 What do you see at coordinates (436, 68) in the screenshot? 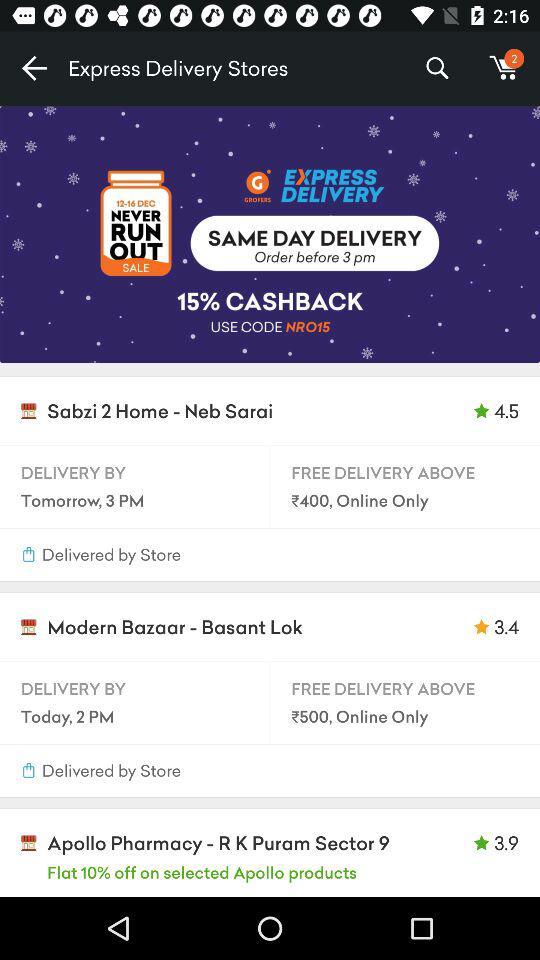
I see `the item next to the m` at bounding box center [436, 68].